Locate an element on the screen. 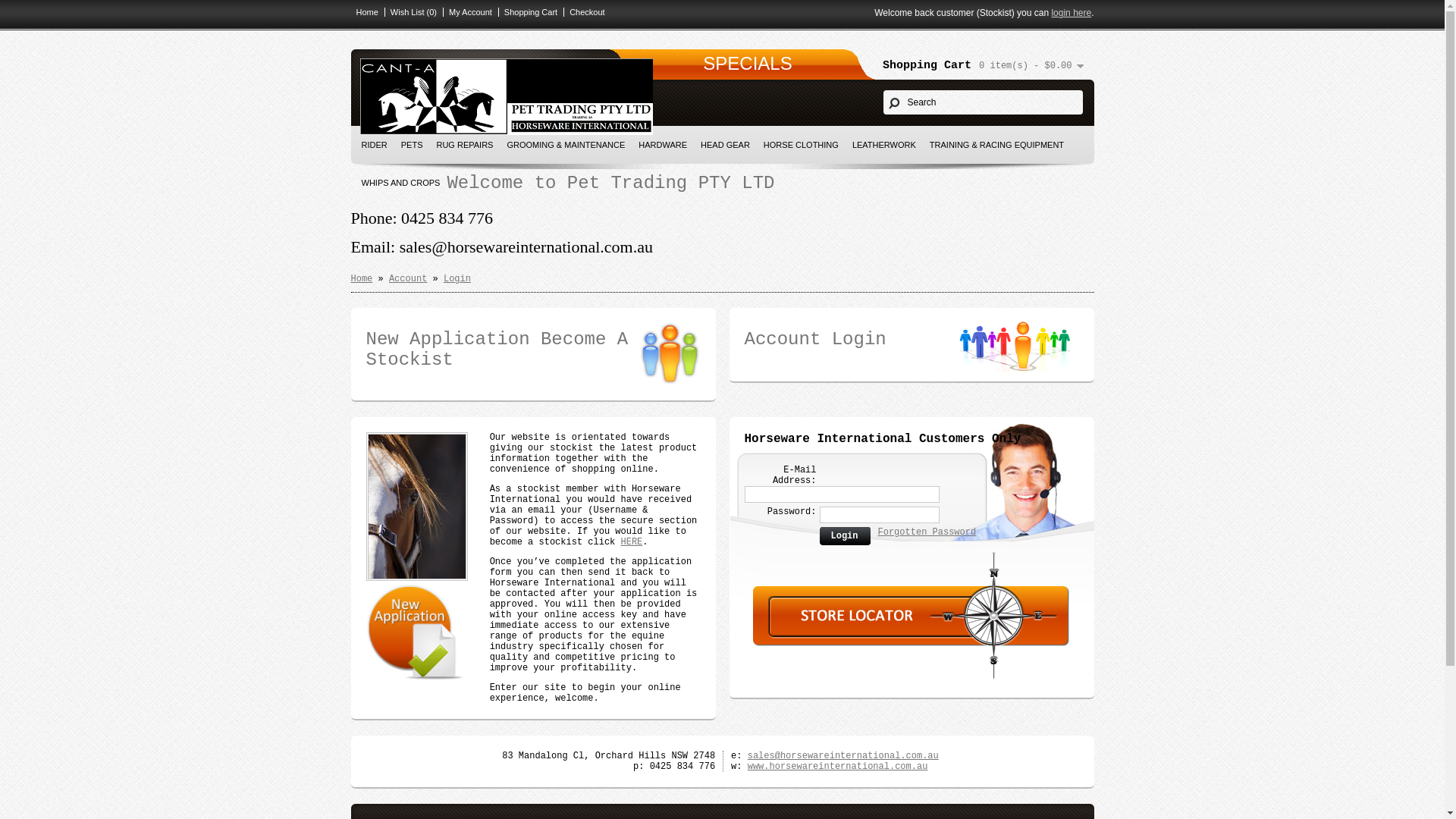  'Find your nearest store. (Stockist)' is located at coordinates (910, 643).